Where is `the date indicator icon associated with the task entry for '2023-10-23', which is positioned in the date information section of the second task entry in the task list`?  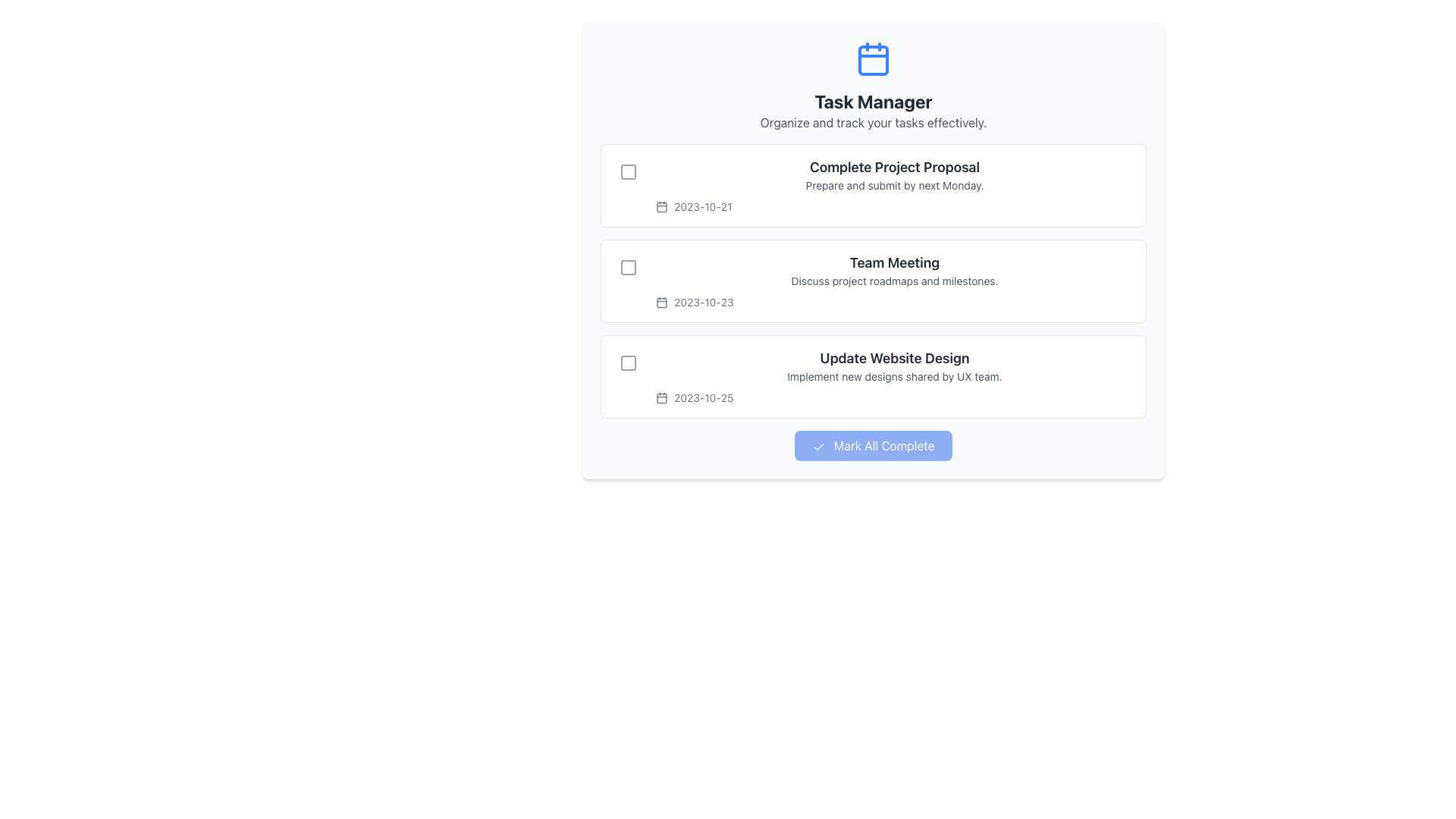
the date indicator icon associated with the task entry for '2023-10-23', which is positioned in the date information section of the second task entry in the task list is located at coordinates (662, 302).